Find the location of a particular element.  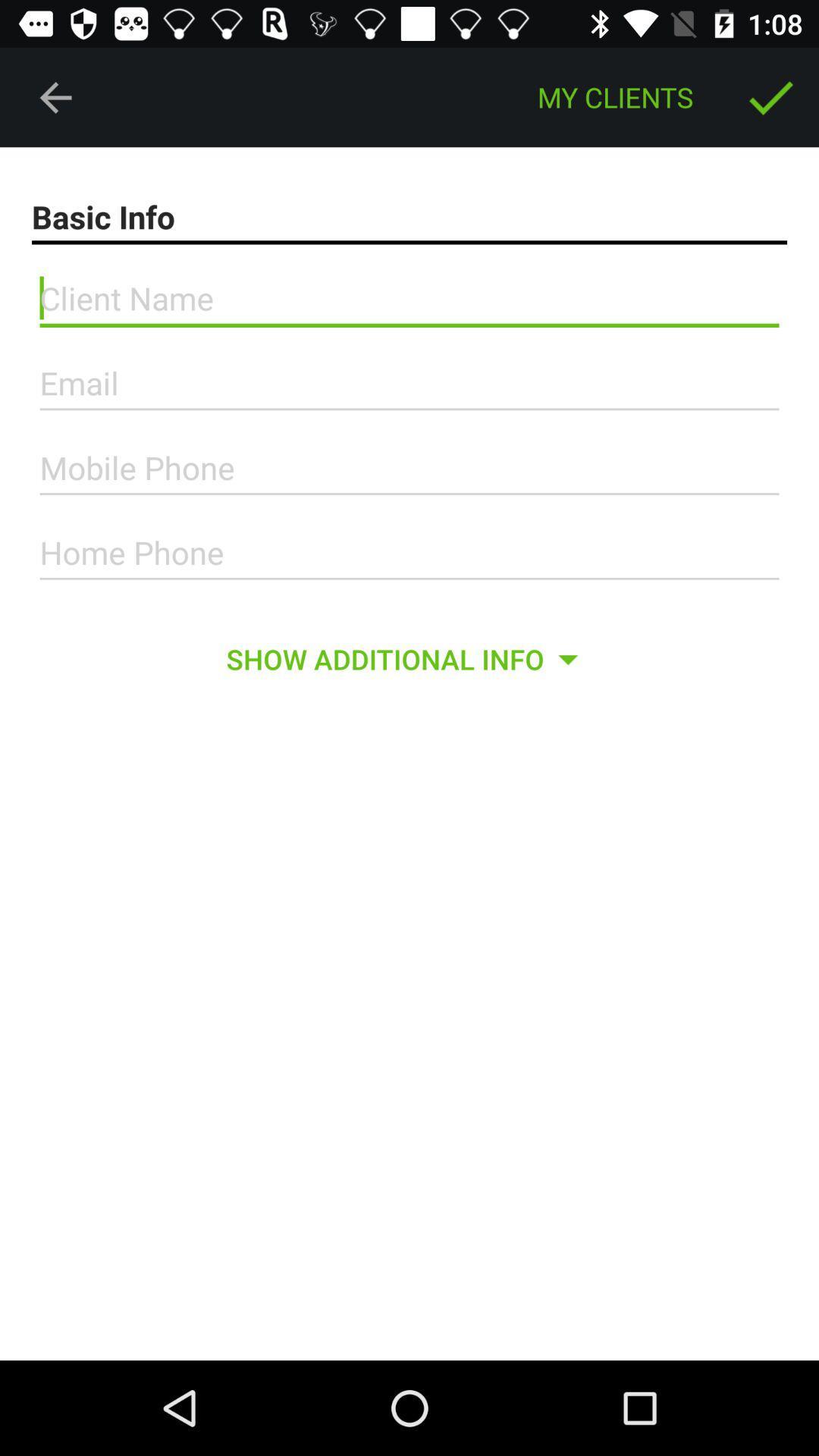

phone number is located at coordinates (409, 552).